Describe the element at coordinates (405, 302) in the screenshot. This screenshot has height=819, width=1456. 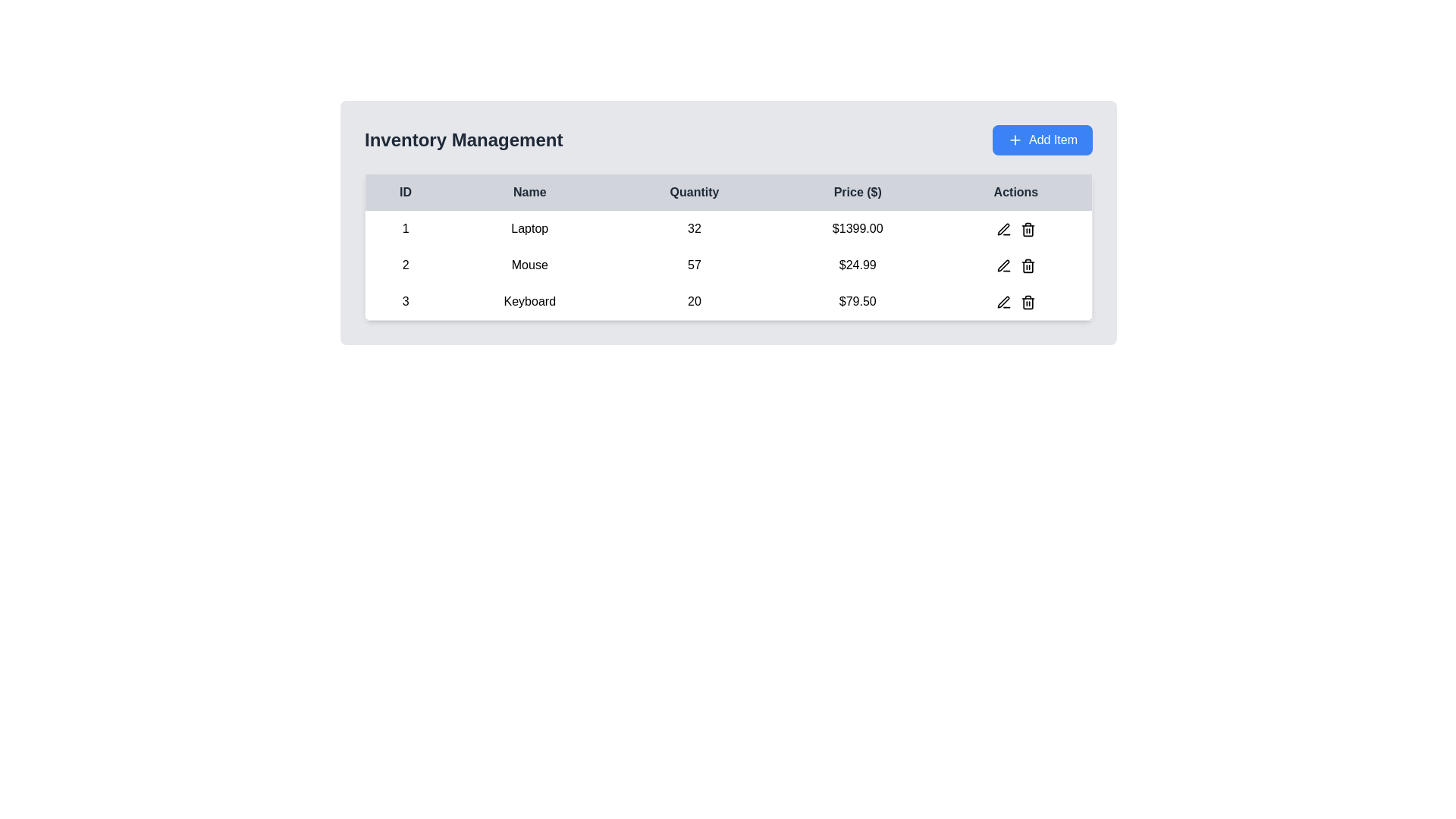
I see `the label representing the unique identifier for the item in the first column of the table's third row within the 'Inventory Management' section` at that location.